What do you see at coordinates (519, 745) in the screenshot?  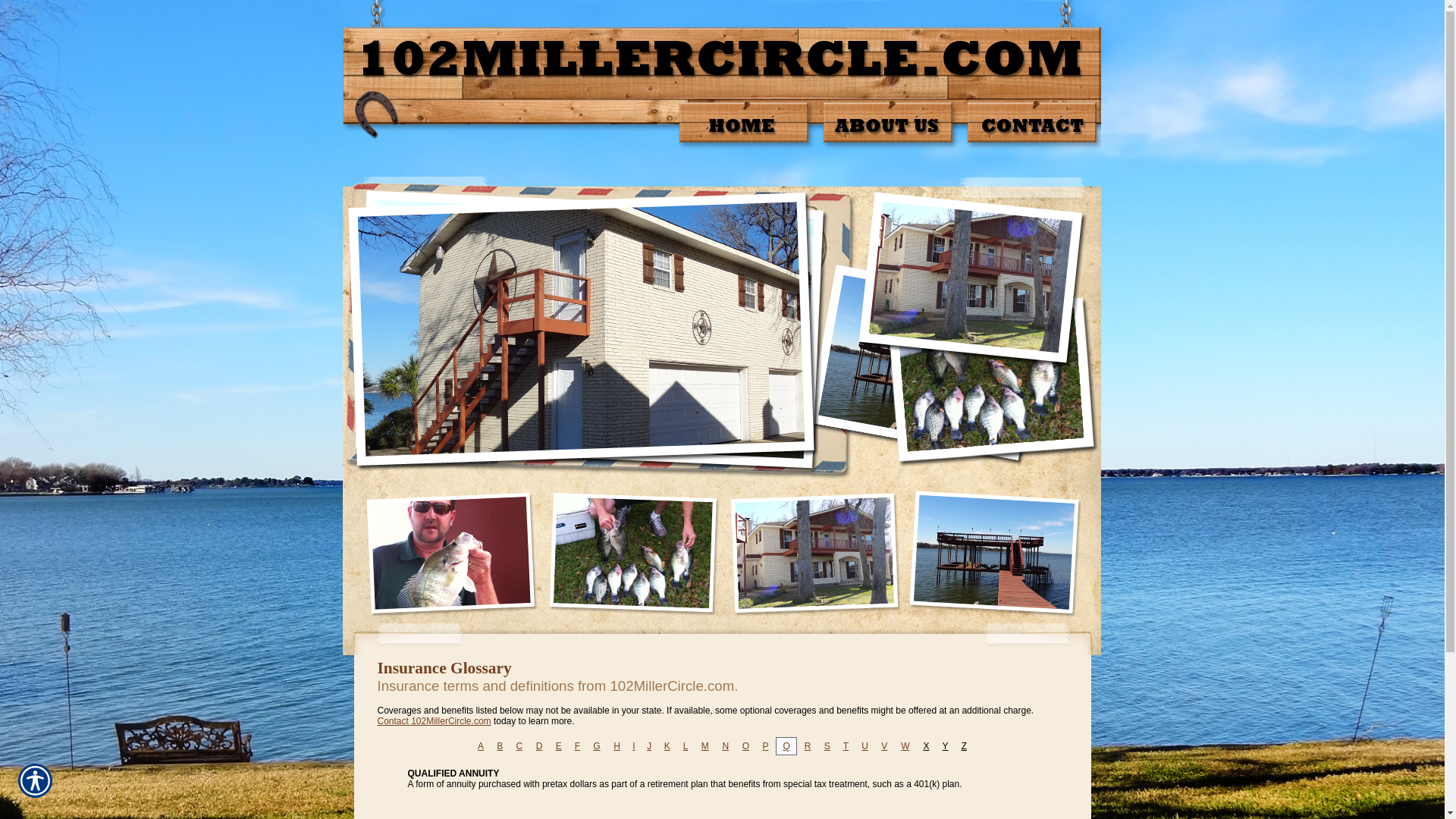 I see `'C'` at bounding box center [519, 745].